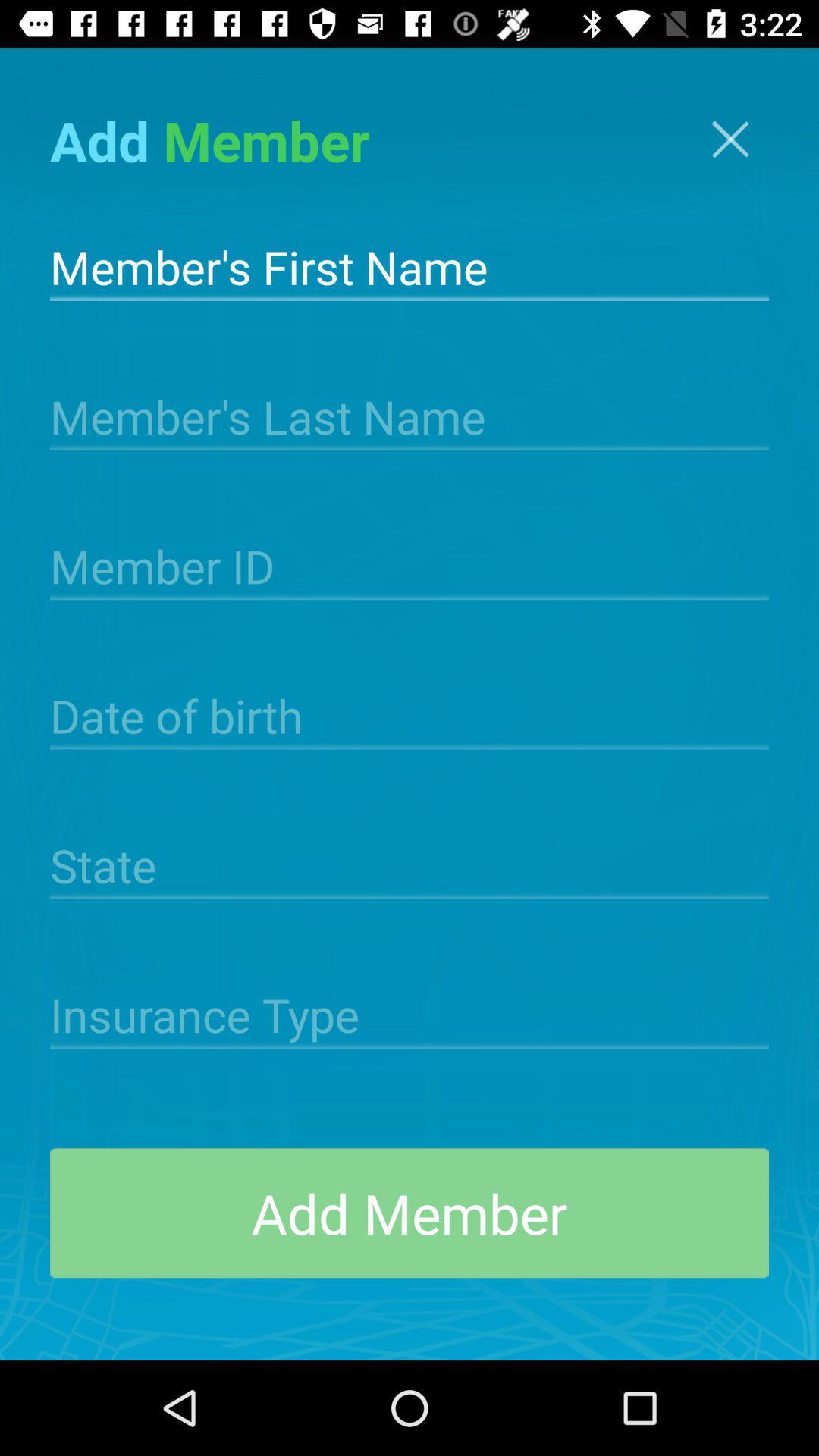 The height and width of the screenshot is (1456, 819). What do you see at coordinates (730, 139) in the screenshot?
I see `the item next to the add member icon` at bounding box center [730, 139].